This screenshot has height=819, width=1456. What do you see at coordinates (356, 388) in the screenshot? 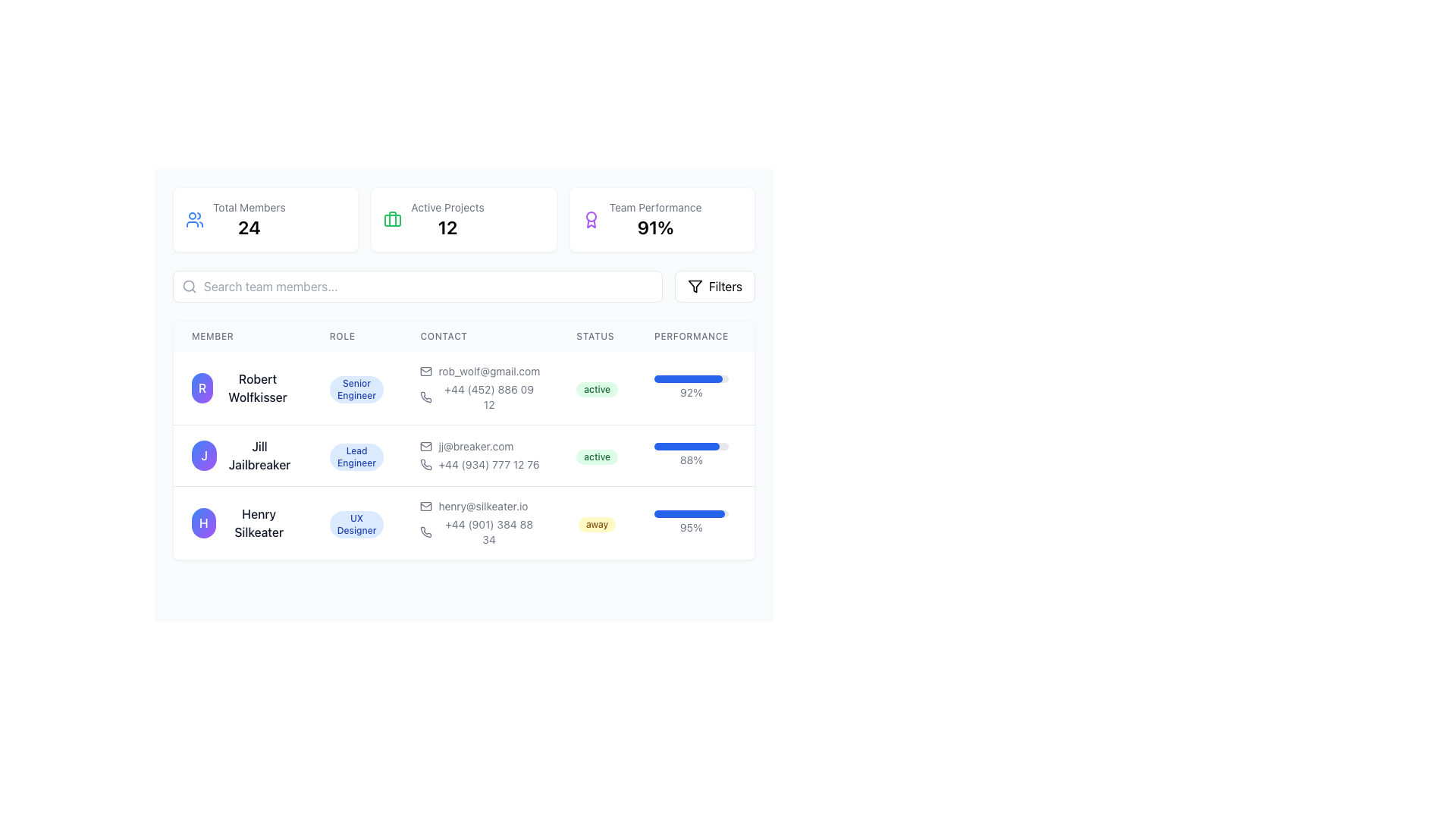
I see `the badge-style label displaying the text 'Senior Engineer' in the 'ROLE' column of the table, which is located to the right of 'Robert Wolfkisser'` at bounding box center [356, 388].